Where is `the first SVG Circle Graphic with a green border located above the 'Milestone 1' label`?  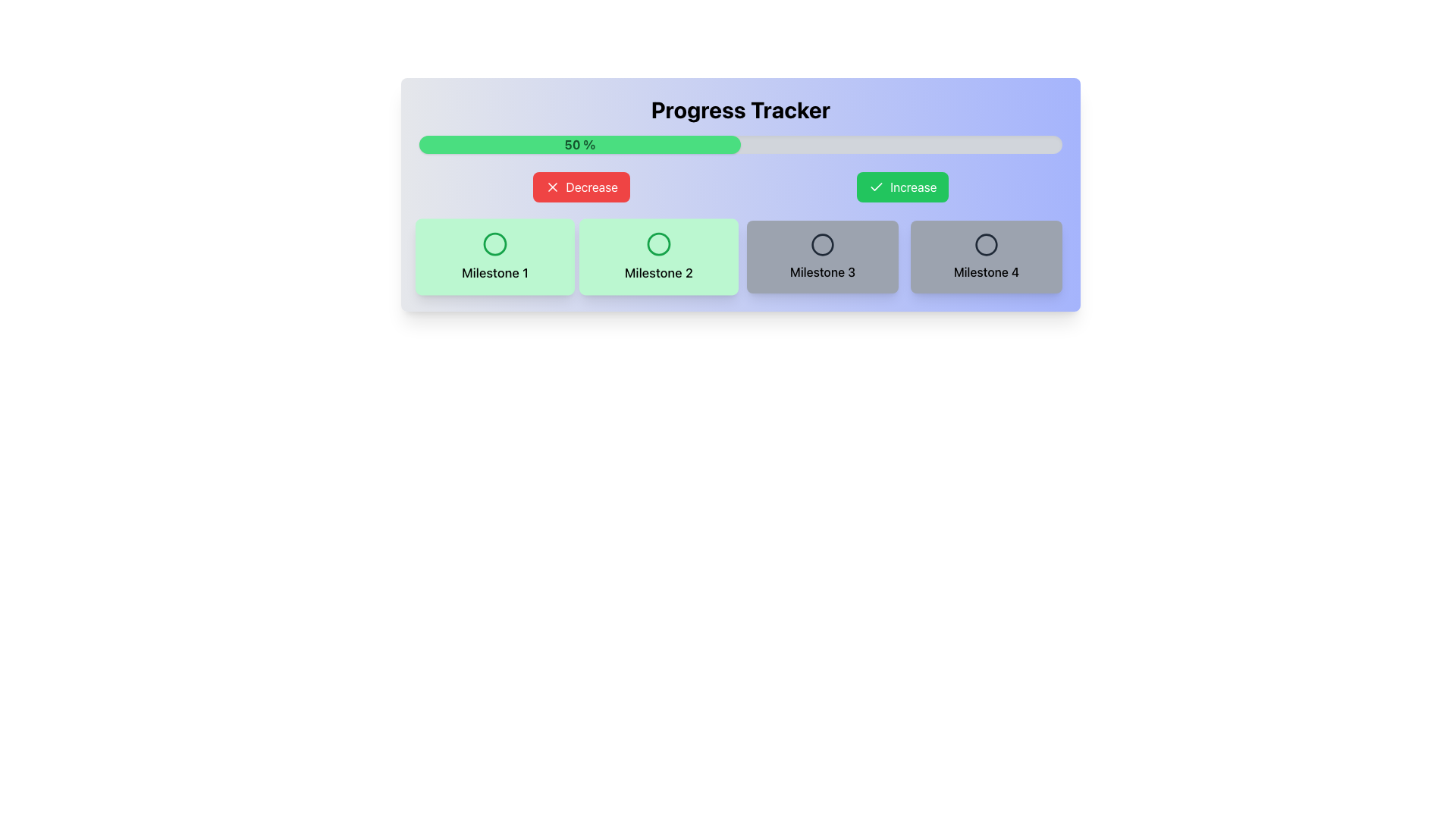 the first SVG Circle Graphic with a green border located above the 'Milestone 1' label is located at coordinates (494, 243).